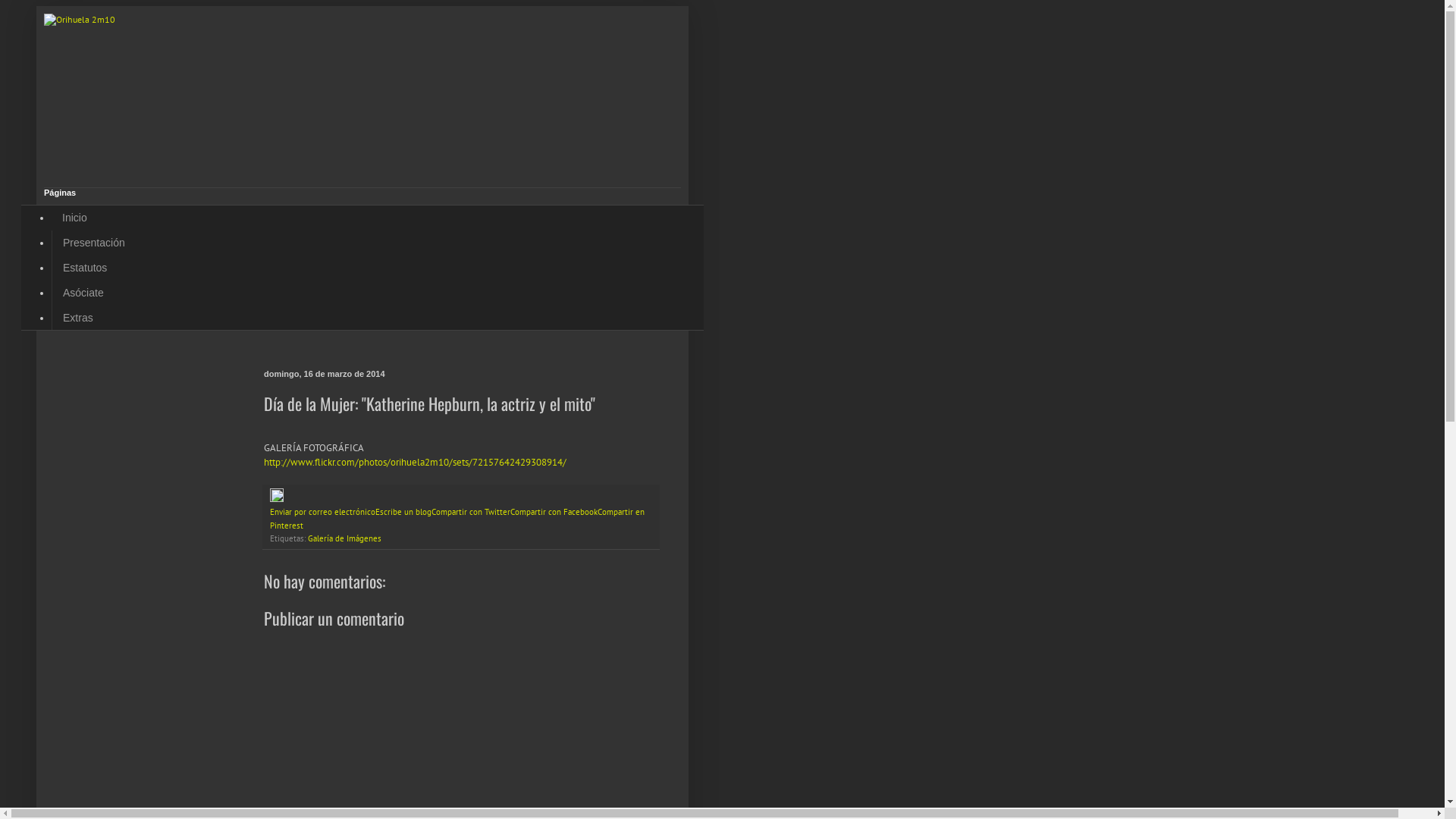 This screenshot has height=819, width=1456. I want to click on 'Compartir con Twitter', so click(469, 512).